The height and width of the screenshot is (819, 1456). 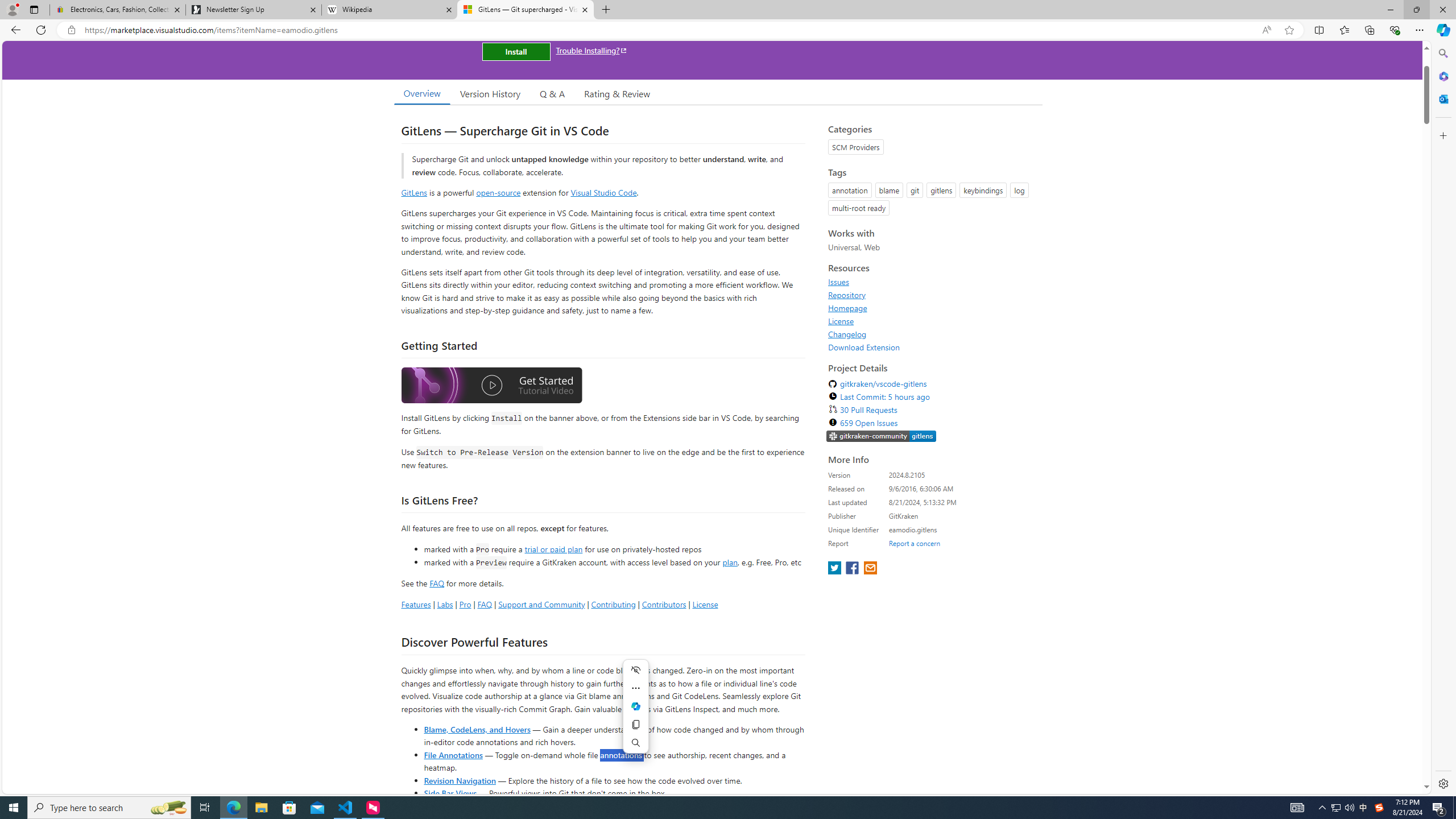 What do you see at coordinates (449, 792) in the screenshot?
I see `'Side Bar Views'` at bounding box center [449, 792].